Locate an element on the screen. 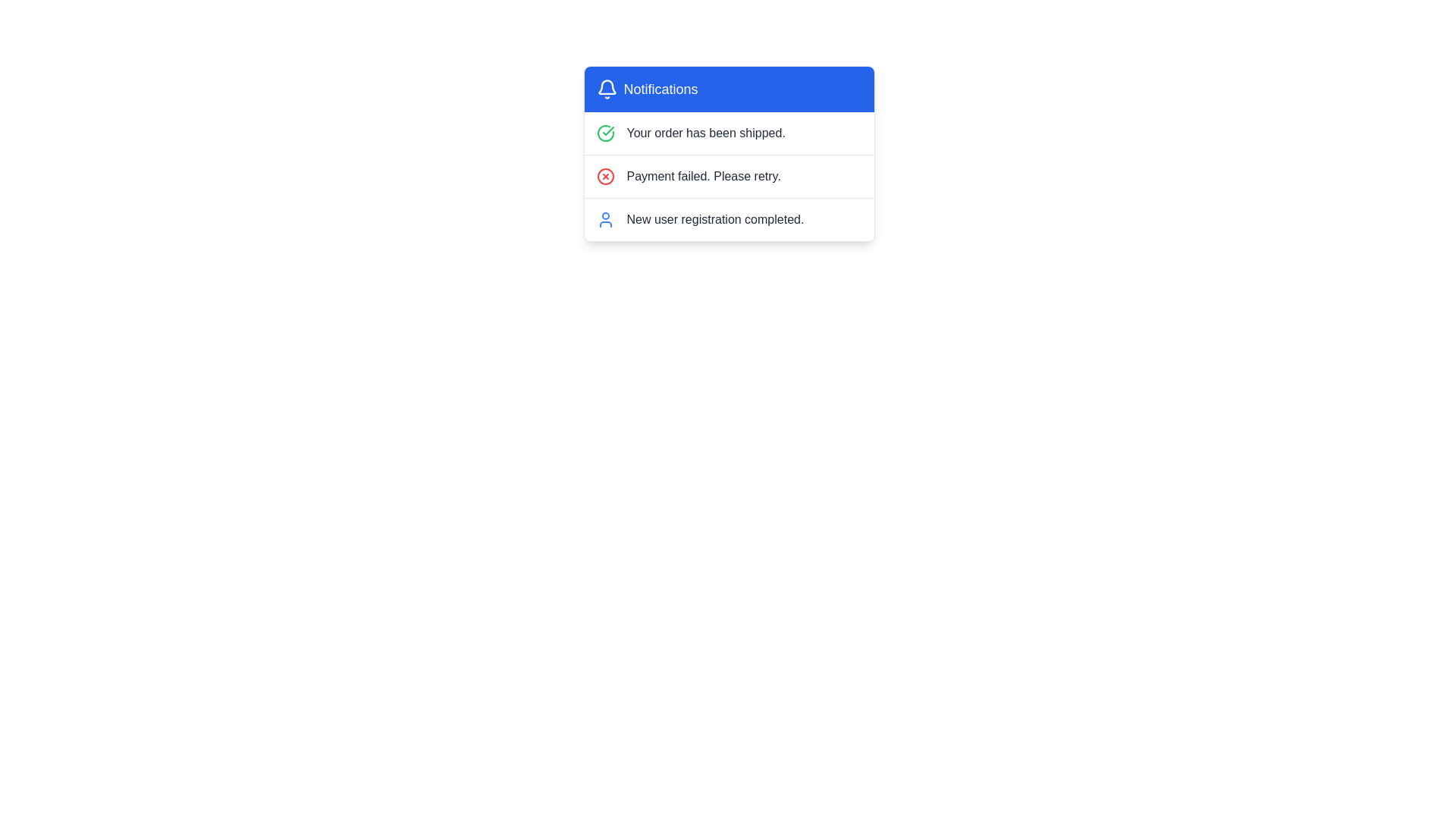  the static text label that serves as the title for the notifications panel, positioned to the right of the bell icon in the blue header bar is located at coordinates (661, 89).